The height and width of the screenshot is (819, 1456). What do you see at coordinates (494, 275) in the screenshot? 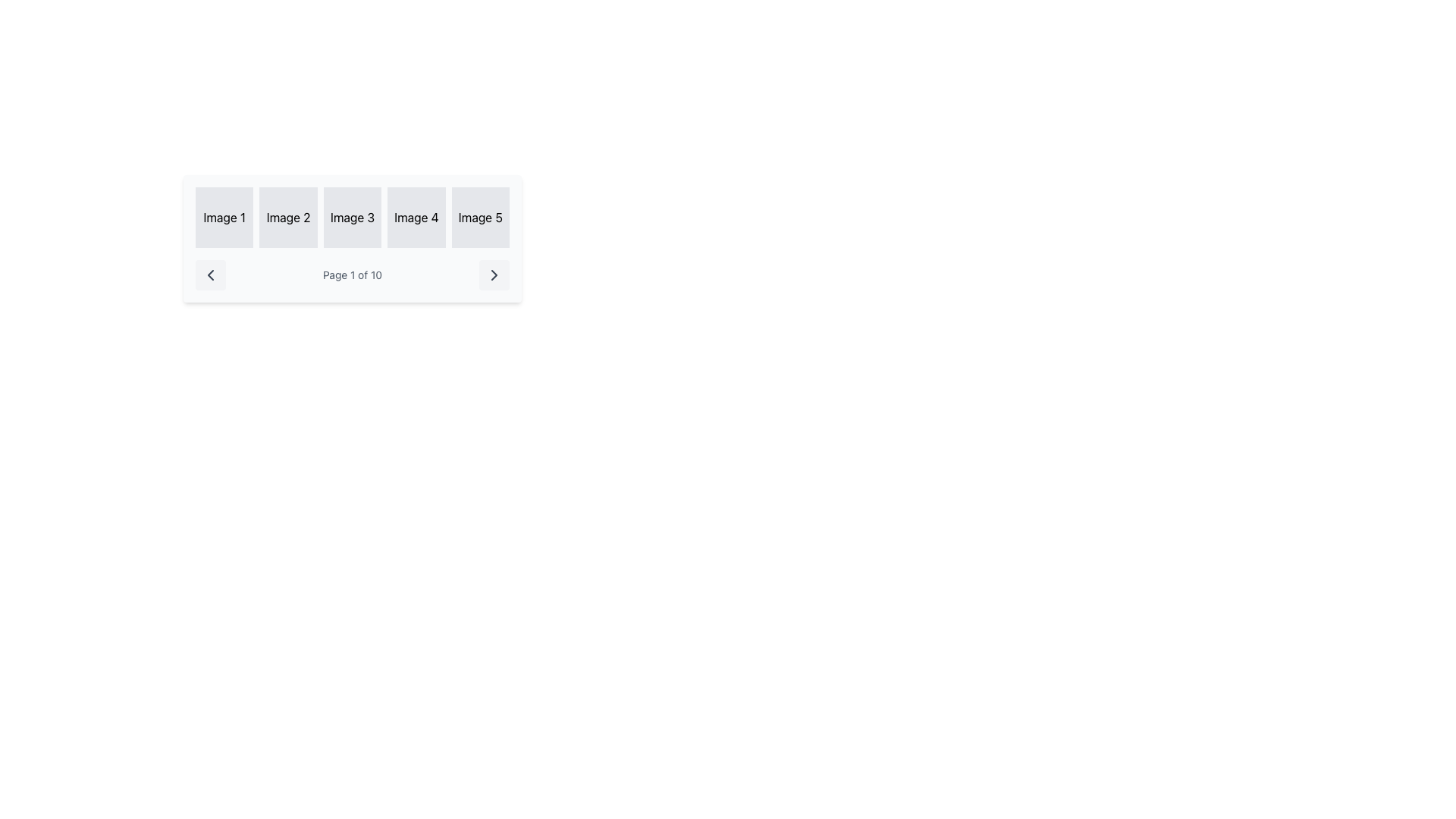
I see `the right-pointing chevron navigation icon located on the far-right side of the carousel navigation controls` at bounding box center [494, 275].